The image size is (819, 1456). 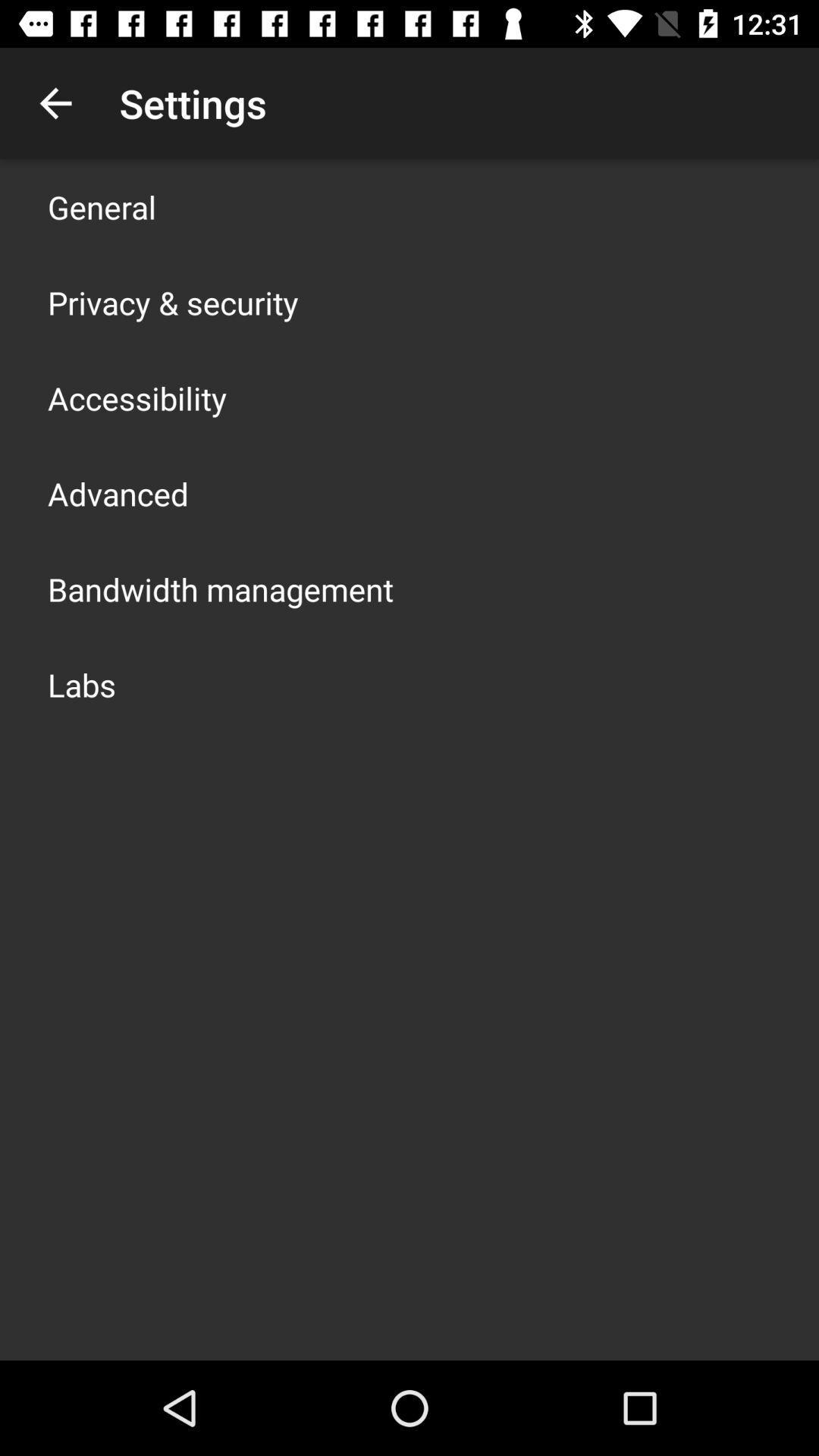 What do you see at coordinates (102, 206) in the screenshot?
I see `icon above the privacy & security app` at bounding box center [102, 206].